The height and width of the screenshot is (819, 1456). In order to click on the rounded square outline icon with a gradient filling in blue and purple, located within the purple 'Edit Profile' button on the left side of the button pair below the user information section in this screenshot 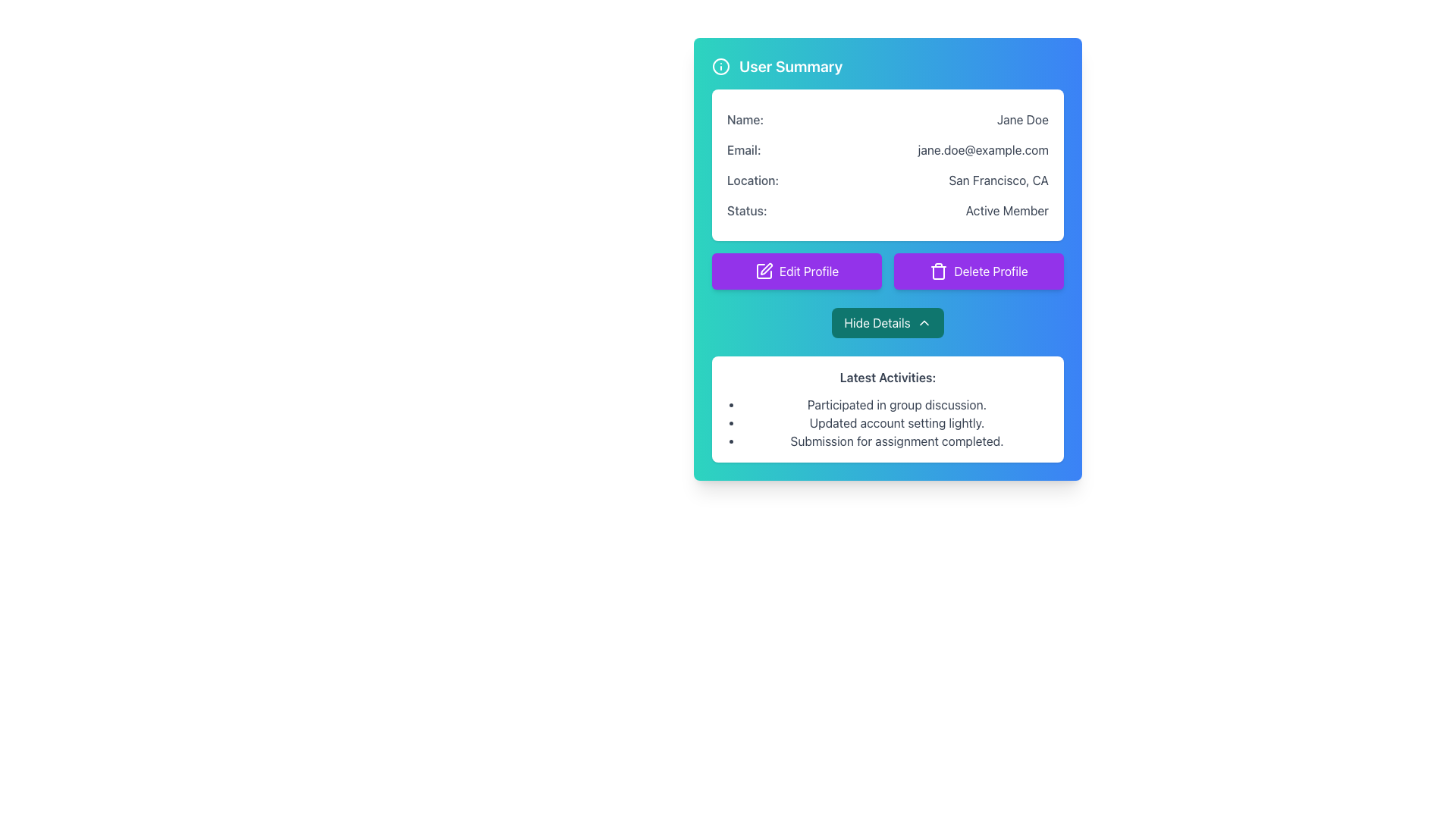, I will do `click(764, 271)`.